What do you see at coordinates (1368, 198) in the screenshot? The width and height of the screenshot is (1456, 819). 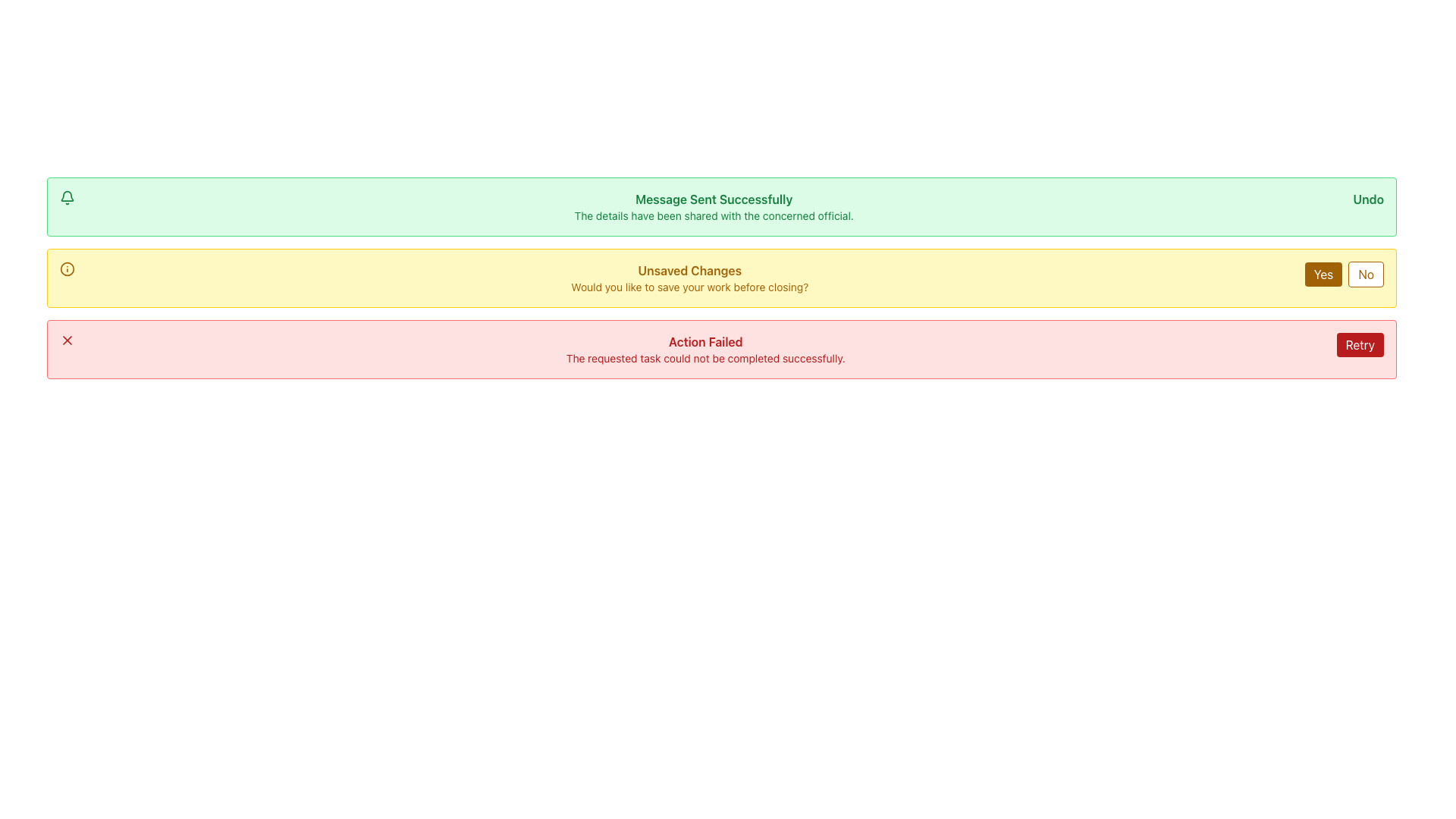 I see `the 'Undo' button` at bounding box center [1368, 198].